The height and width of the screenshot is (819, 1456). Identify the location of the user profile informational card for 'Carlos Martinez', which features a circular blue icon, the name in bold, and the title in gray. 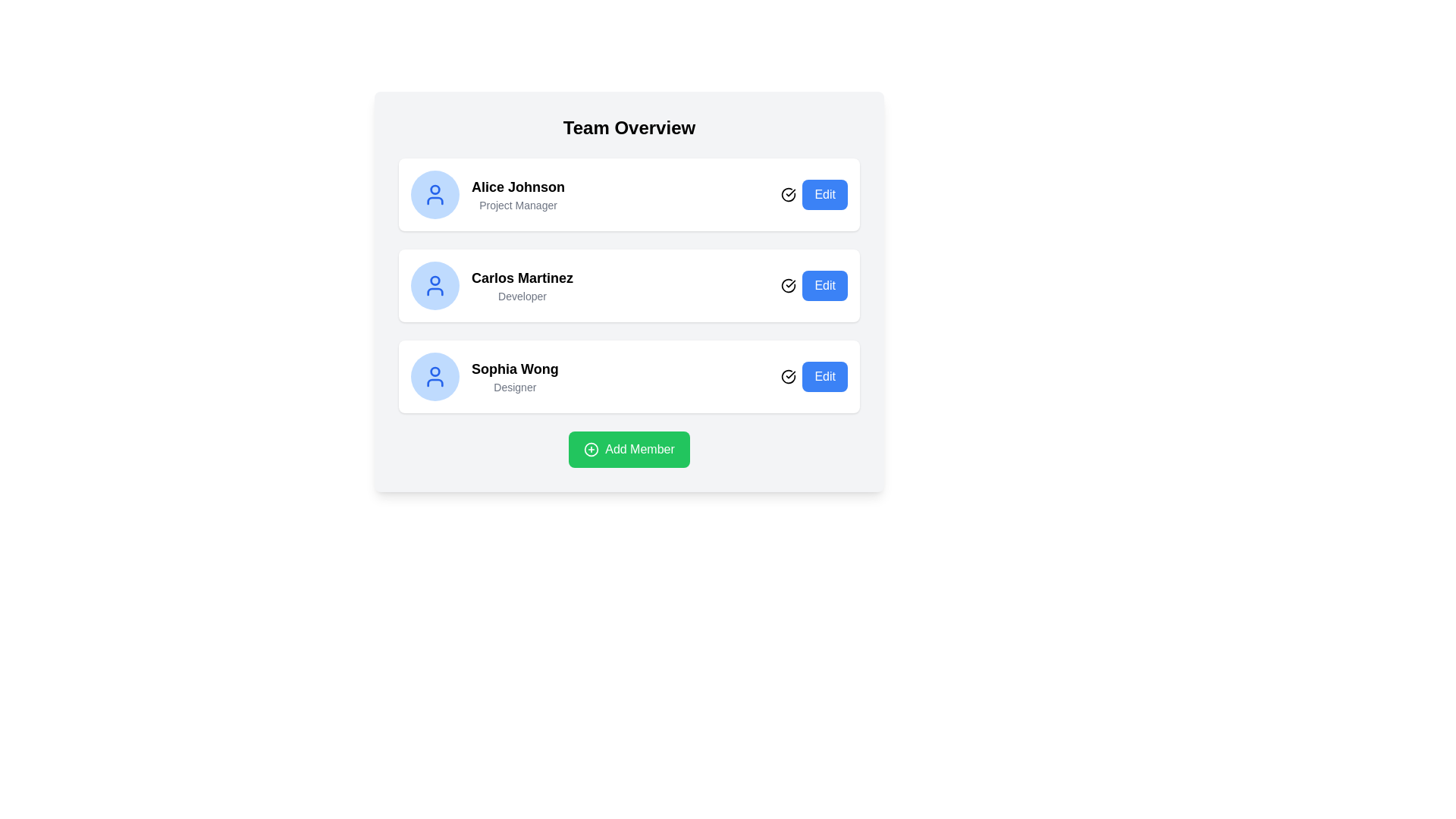
(491, 286).